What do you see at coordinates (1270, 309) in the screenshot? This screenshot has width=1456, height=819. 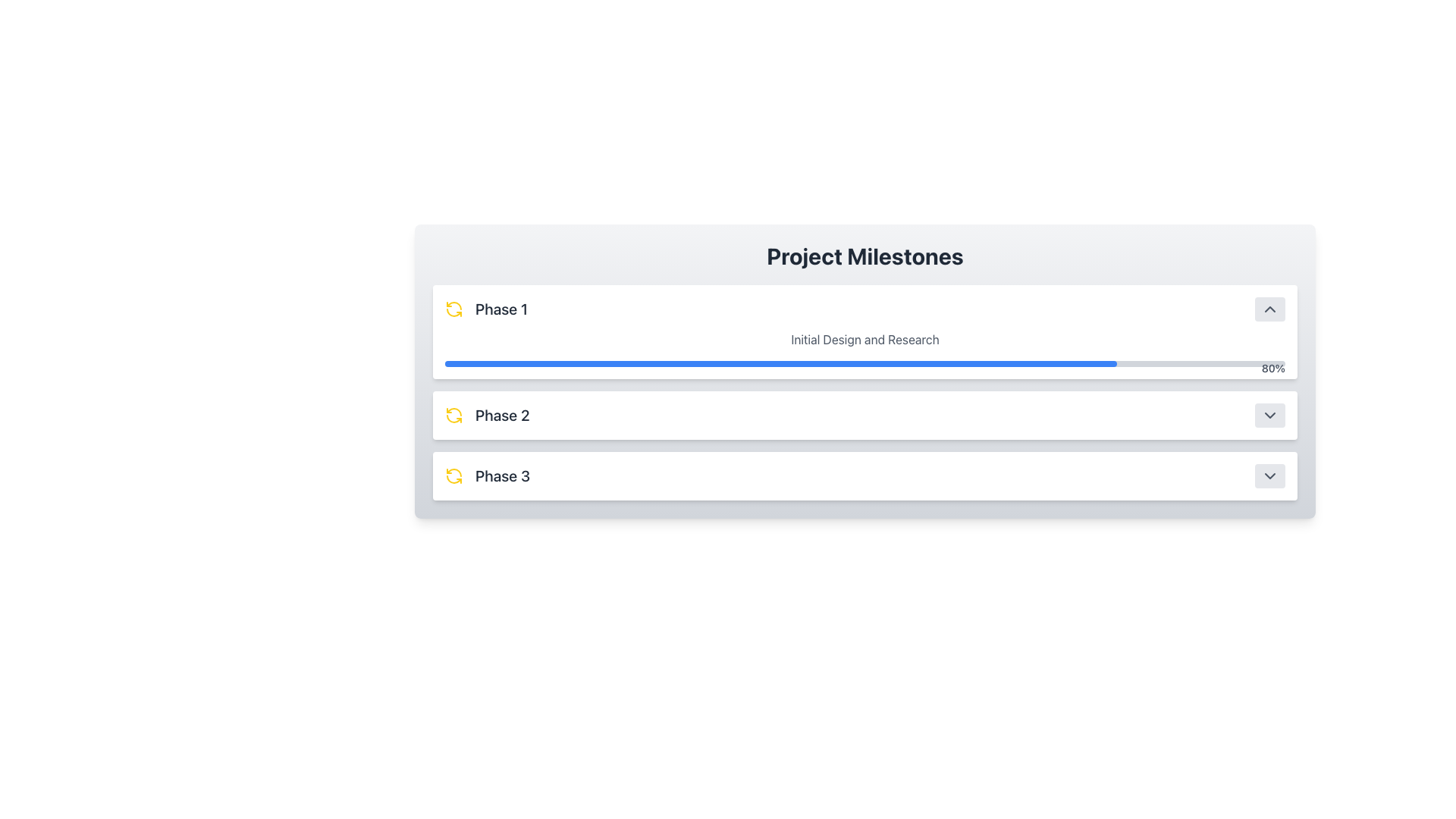 I see `the icon at the far right end of the row labeled 'Phase 1'` at bounding box center [1270, 309].